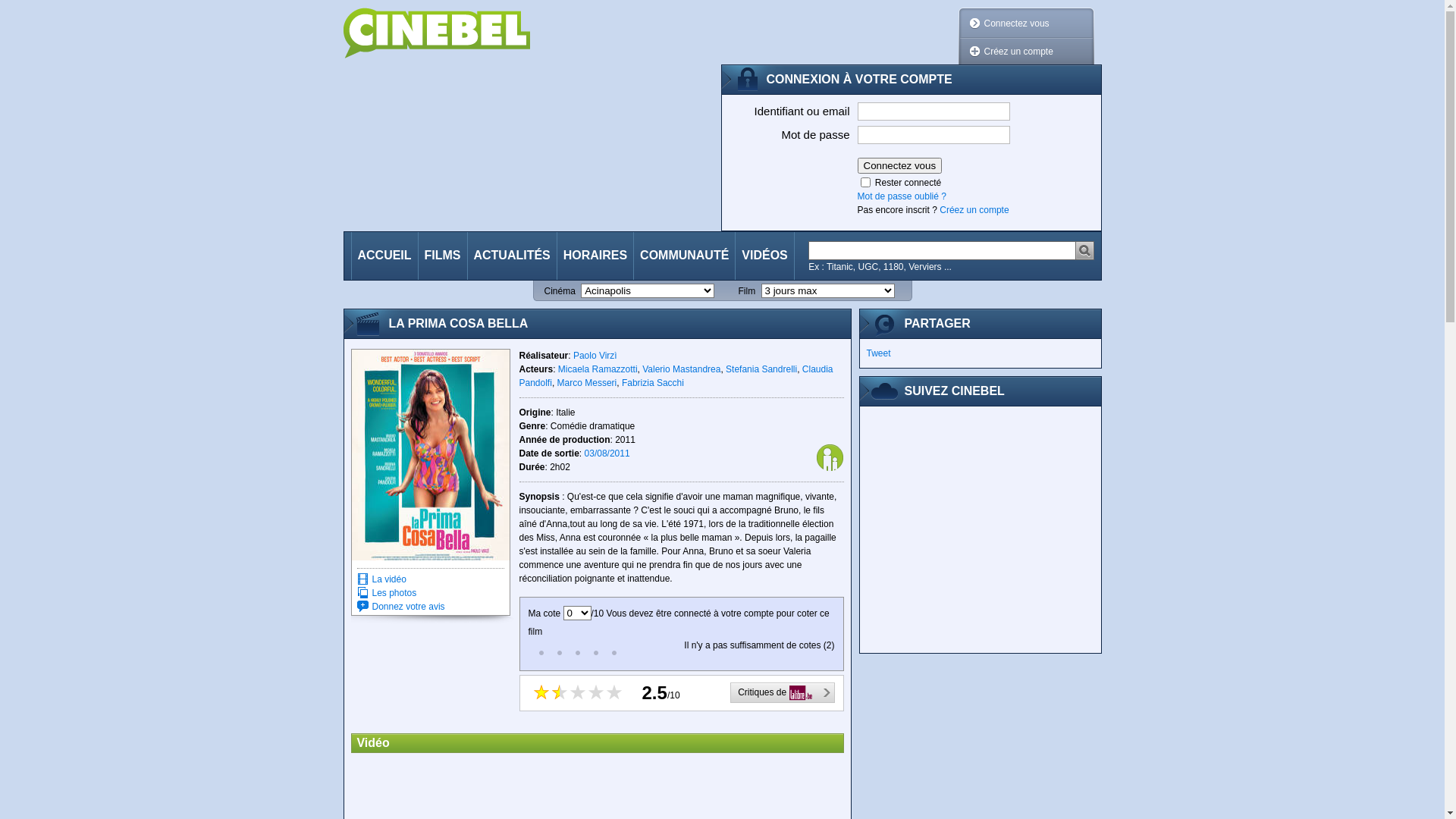 This screenshot has height=819, width=1456. I want to click on 'Connectez vous', so click(899, 165).